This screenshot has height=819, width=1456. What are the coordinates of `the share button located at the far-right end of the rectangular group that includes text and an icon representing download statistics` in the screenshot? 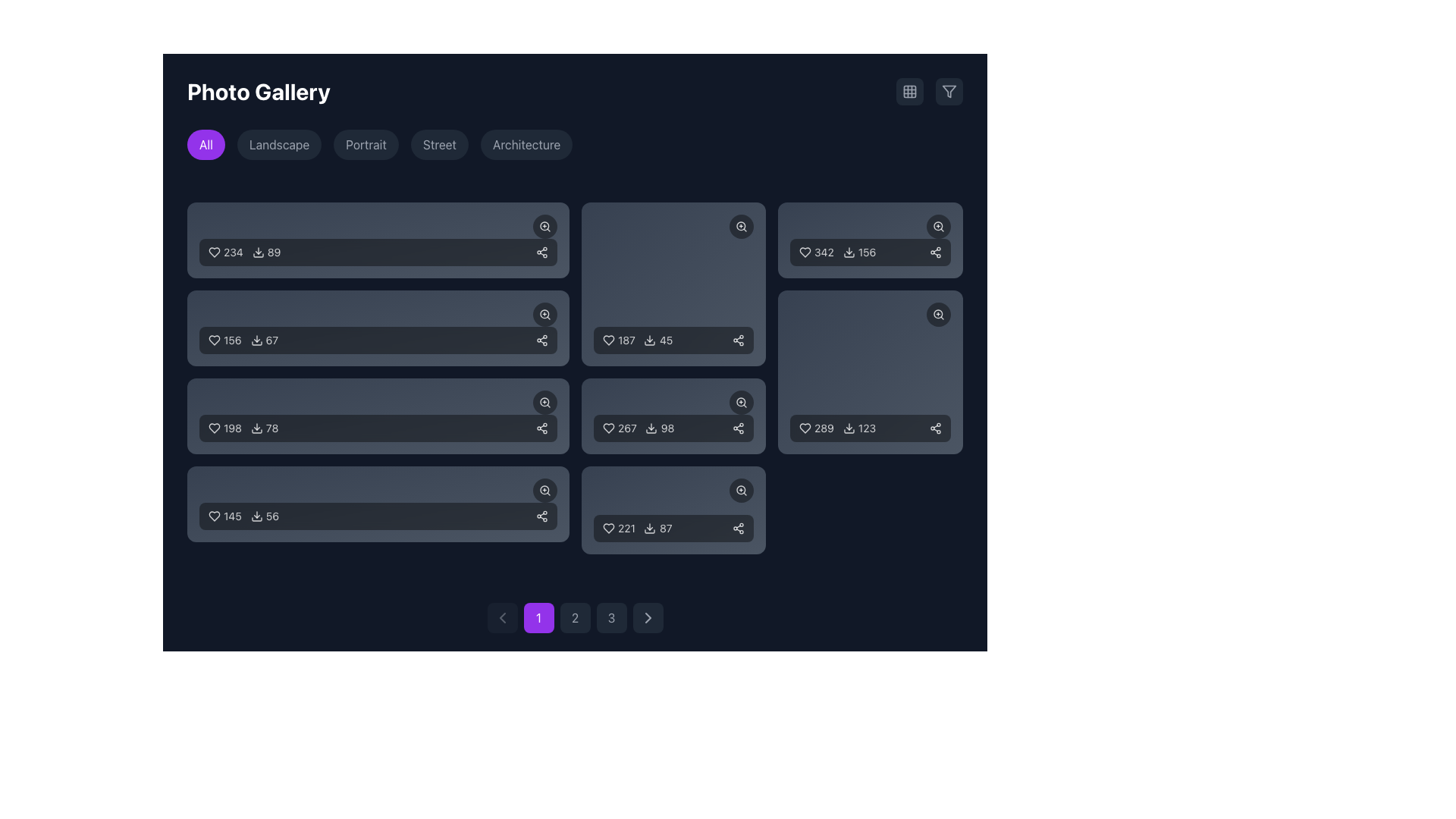 It's located at (541, 251).